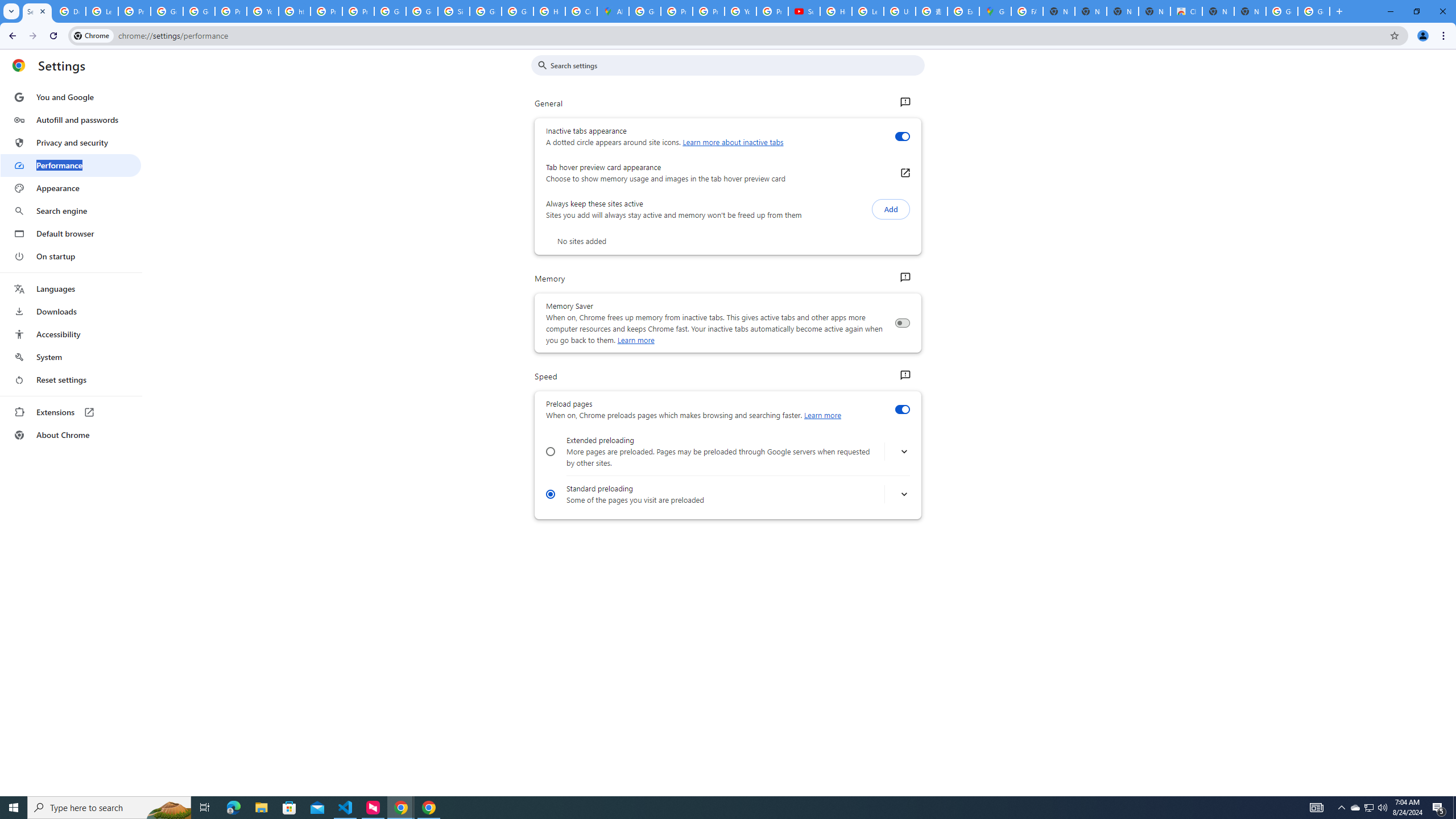 The height and width of the screenshot is (819, 1456). Describe the element at coordinates (102, 11) in the screenshot. I see `'Learn how to find your photos - Google Photos Help'` at that location.